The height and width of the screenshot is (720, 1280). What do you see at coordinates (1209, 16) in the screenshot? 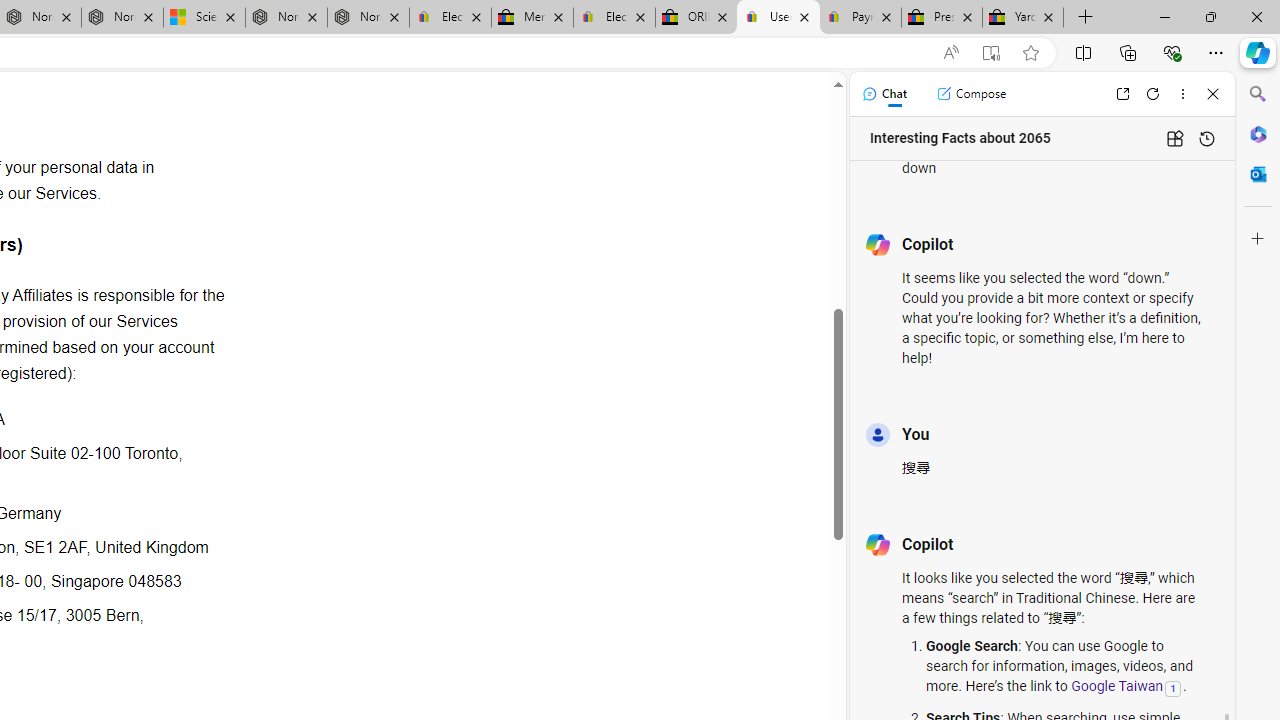
I see `'Restore'` at bounding box center [1209, 16].